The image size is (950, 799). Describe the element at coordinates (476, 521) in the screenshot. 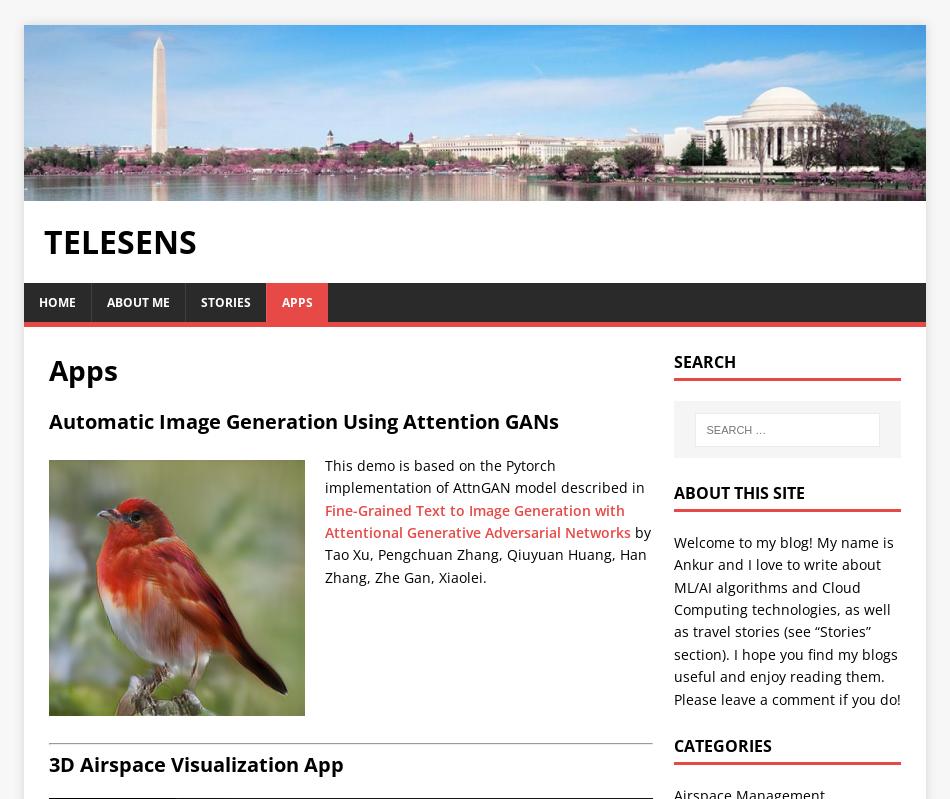

I see `'Fine-Grained Text to Image Generation with Attentional Generative Adversarial Networks'` at that location.